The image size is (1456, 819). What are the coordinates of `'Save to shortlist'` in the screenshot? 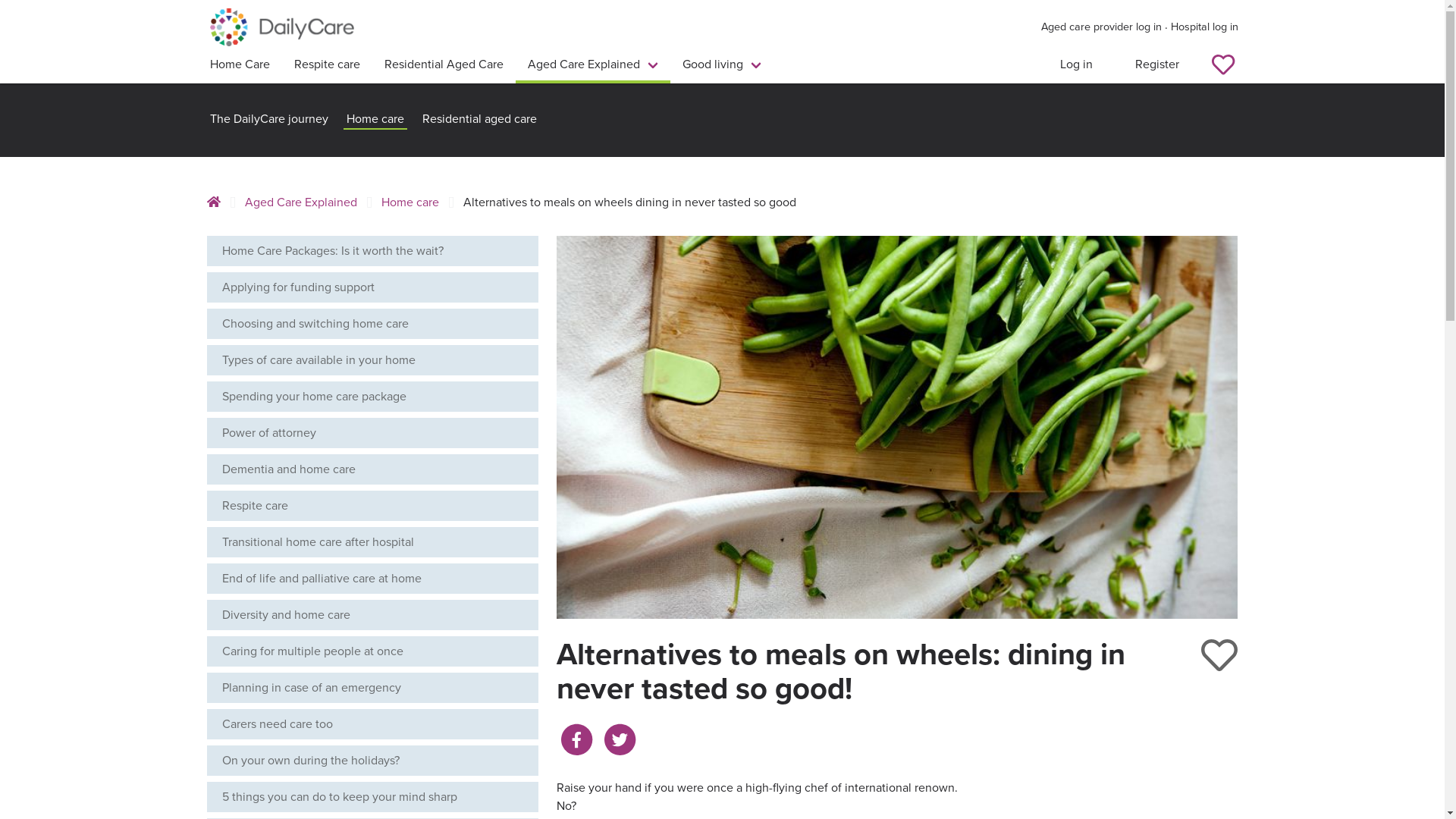 It's located at (1219, 654).